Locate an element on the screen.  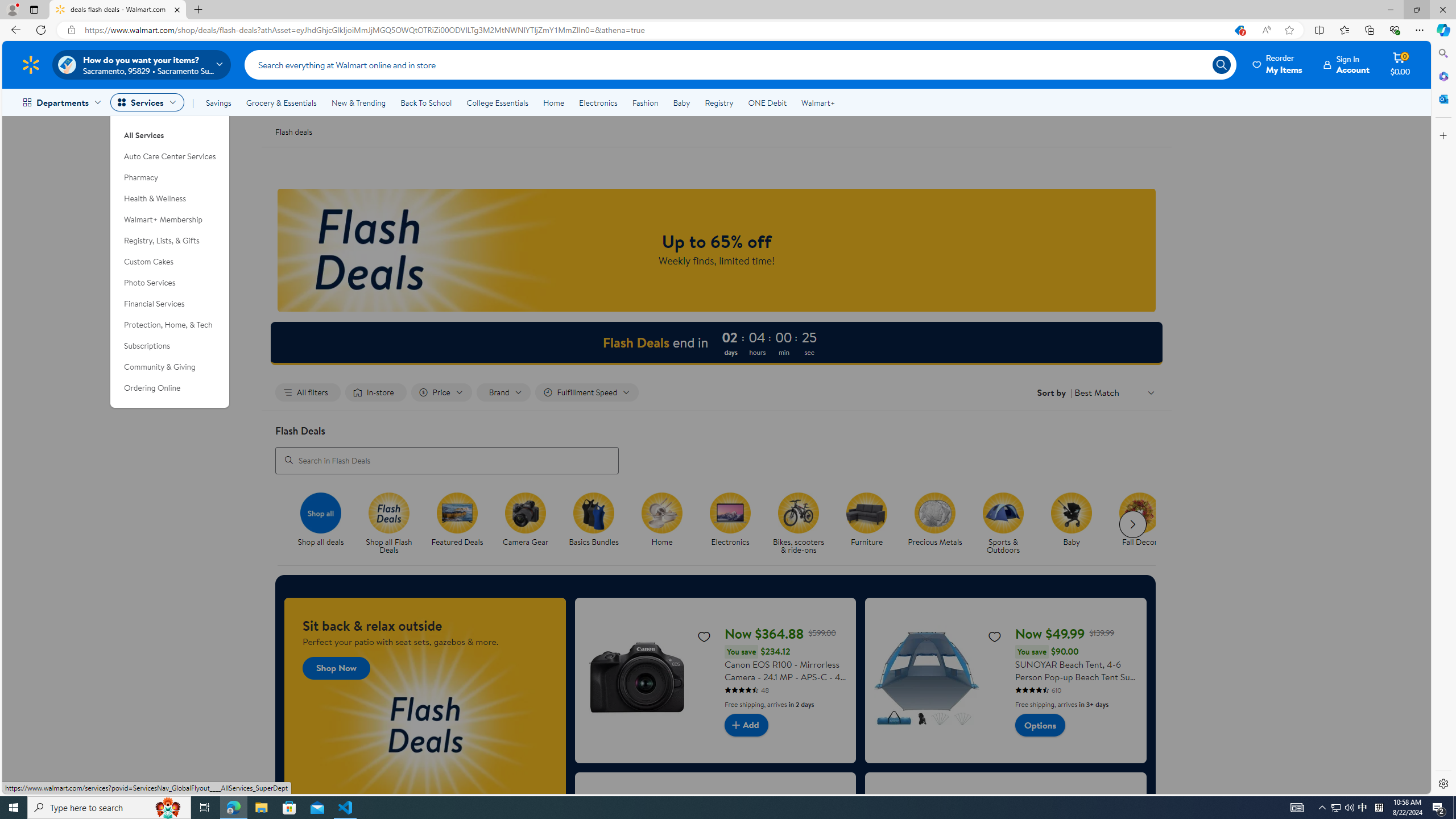
'Baby Baby' is located at coordinates (1071, 520).